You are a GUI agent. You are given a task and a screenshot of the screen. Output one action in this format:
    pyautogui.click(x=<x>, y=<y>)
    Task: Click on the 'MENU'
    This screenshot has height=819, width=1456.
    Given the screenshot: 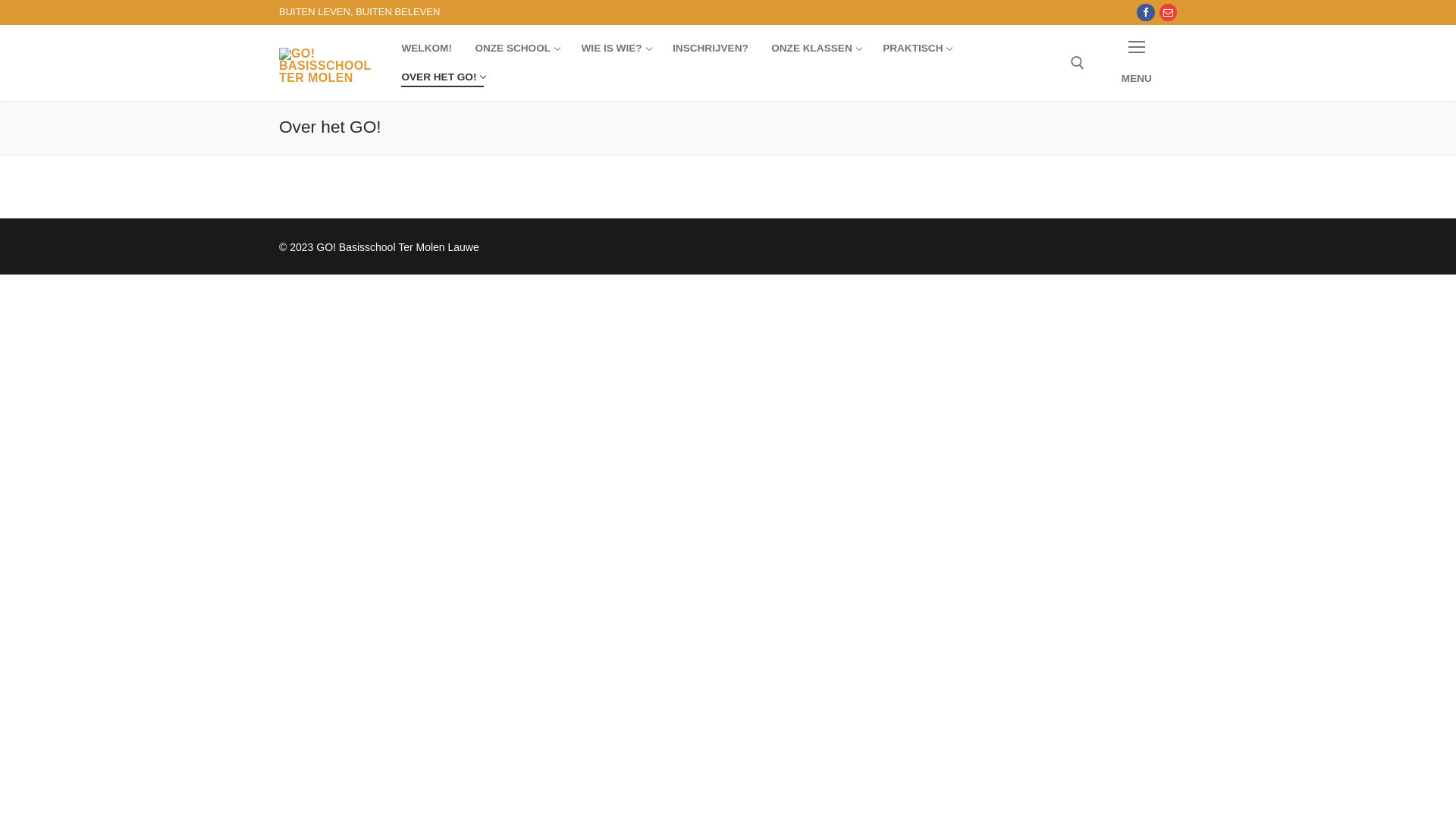 What is the action you would take?
    pyautogui.click(x=1096, y=61)
    